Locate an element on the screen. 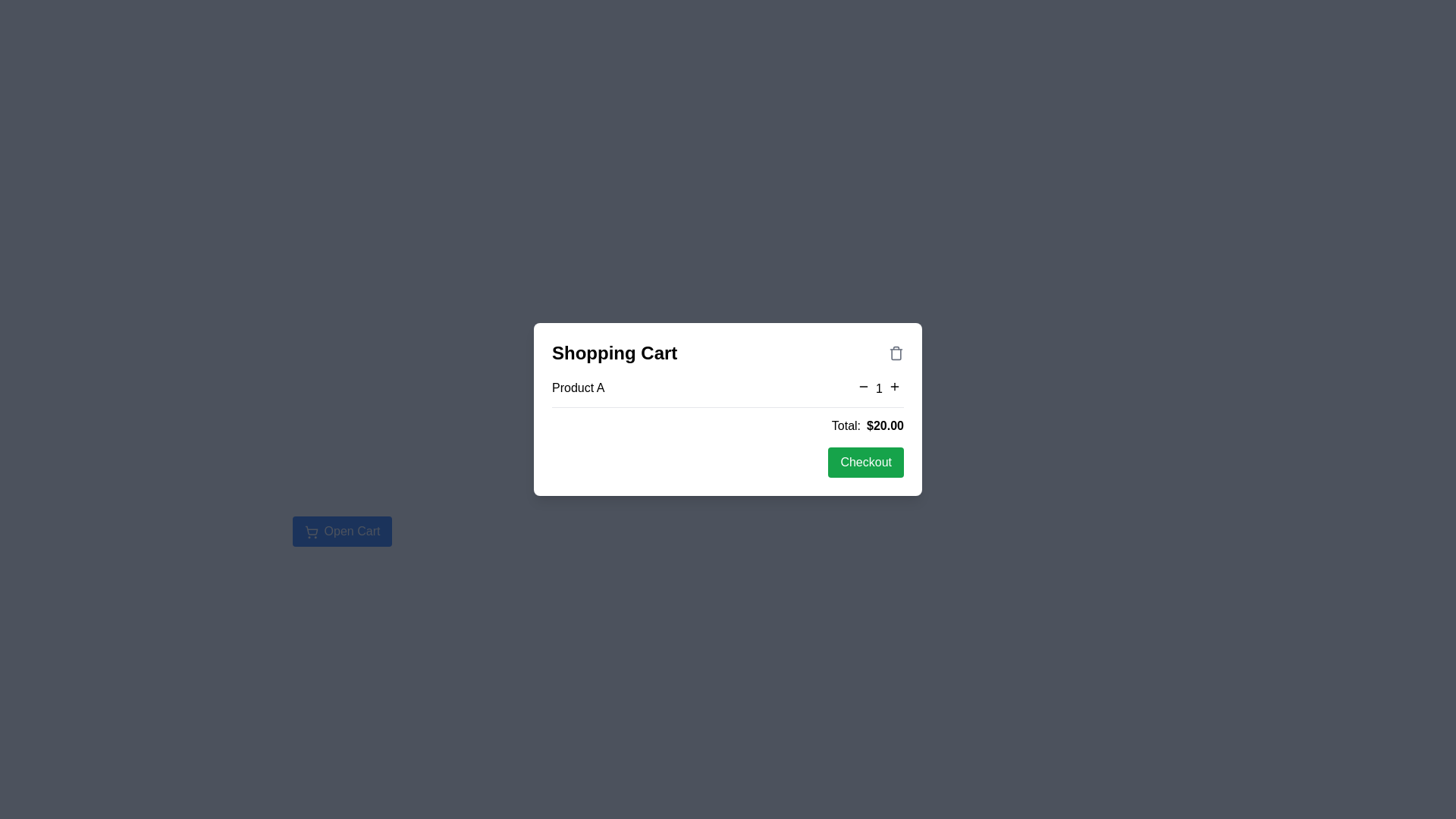 This screenshot has width=1456, height=819. the minus icon, which is a small icon resembling a minus sign, to decrease the item quantity in the shopping cart numeric control interface is located at coordinates (864, 385).